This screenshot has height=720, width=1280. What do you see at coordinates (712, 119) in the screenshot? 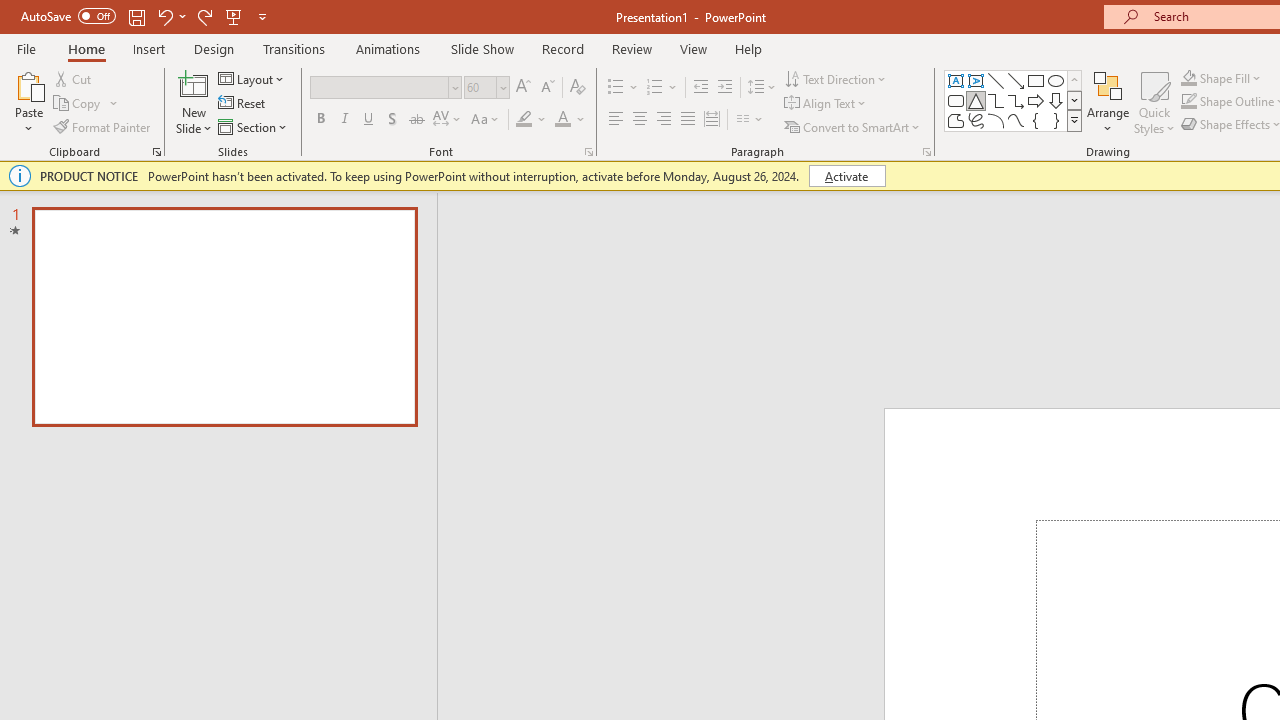
I see `'Distributed'` at bounding box center [712, 119].